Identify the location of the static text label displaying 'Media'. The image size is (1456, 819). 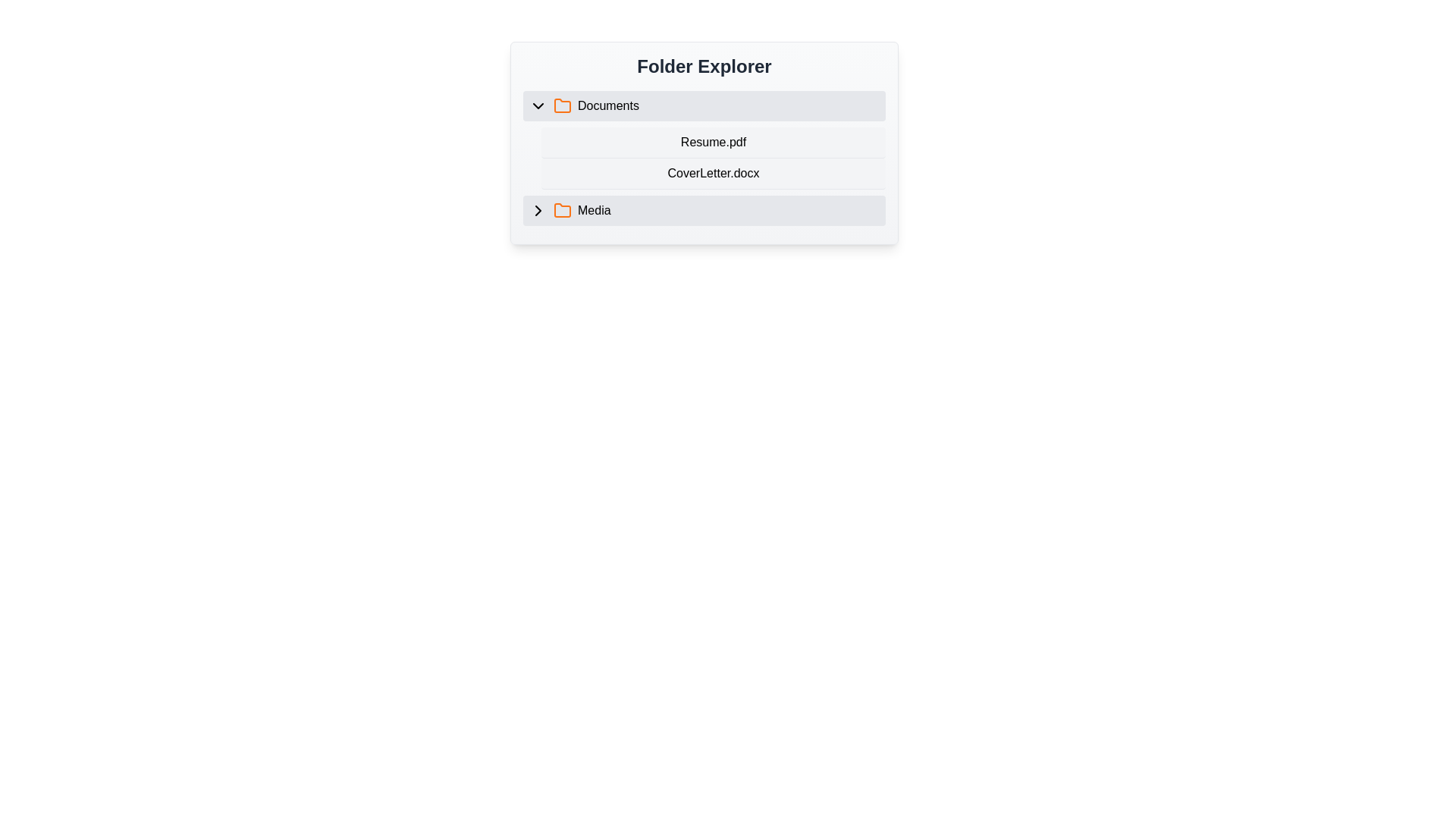
(593, 210).